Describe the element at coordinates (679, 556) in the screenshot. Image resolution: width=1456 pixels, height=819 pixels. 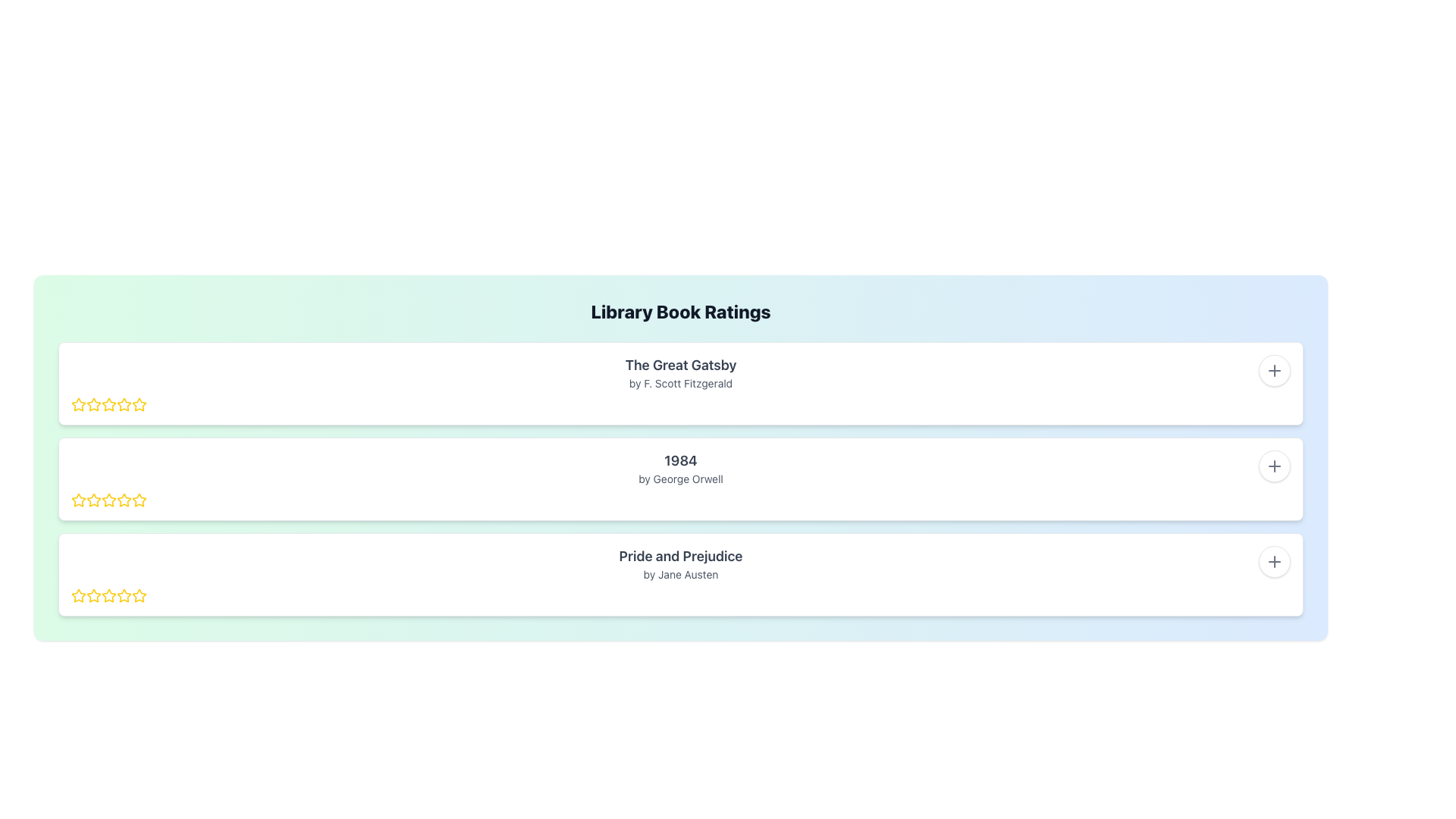
I see `the text label 'Pride and Prejudice' displayed in a bold, large font with a dark gray color, located in the third row under the heading 'Library Book Ratings'` at that location.